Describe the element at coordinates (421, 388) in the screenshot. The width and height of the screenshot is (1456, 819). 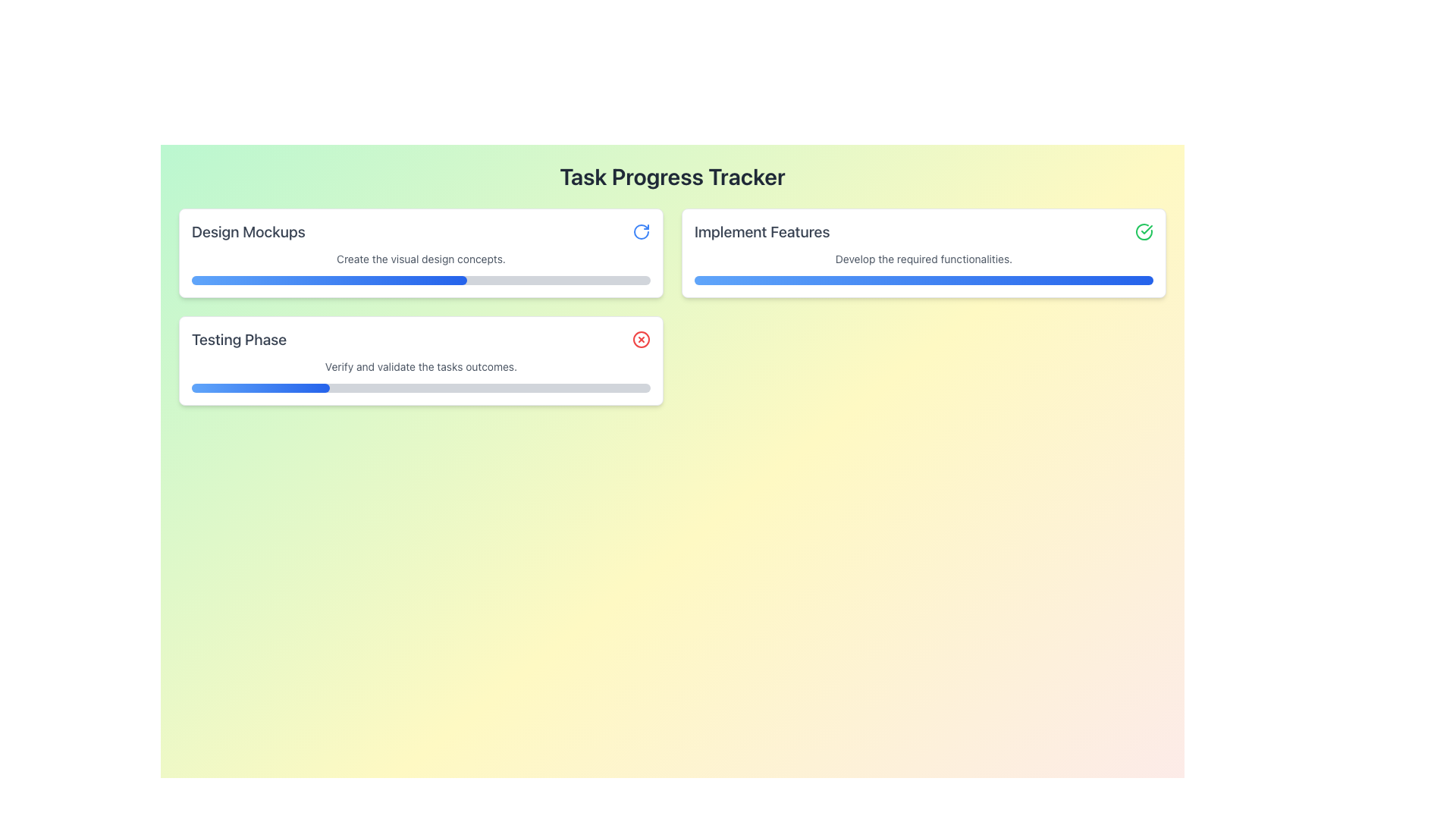
I see `the progress status of the progress bar located within the 'Testing Phase' card, beneath the text 'Verify and validate the tasks outcomes.'` at that location.